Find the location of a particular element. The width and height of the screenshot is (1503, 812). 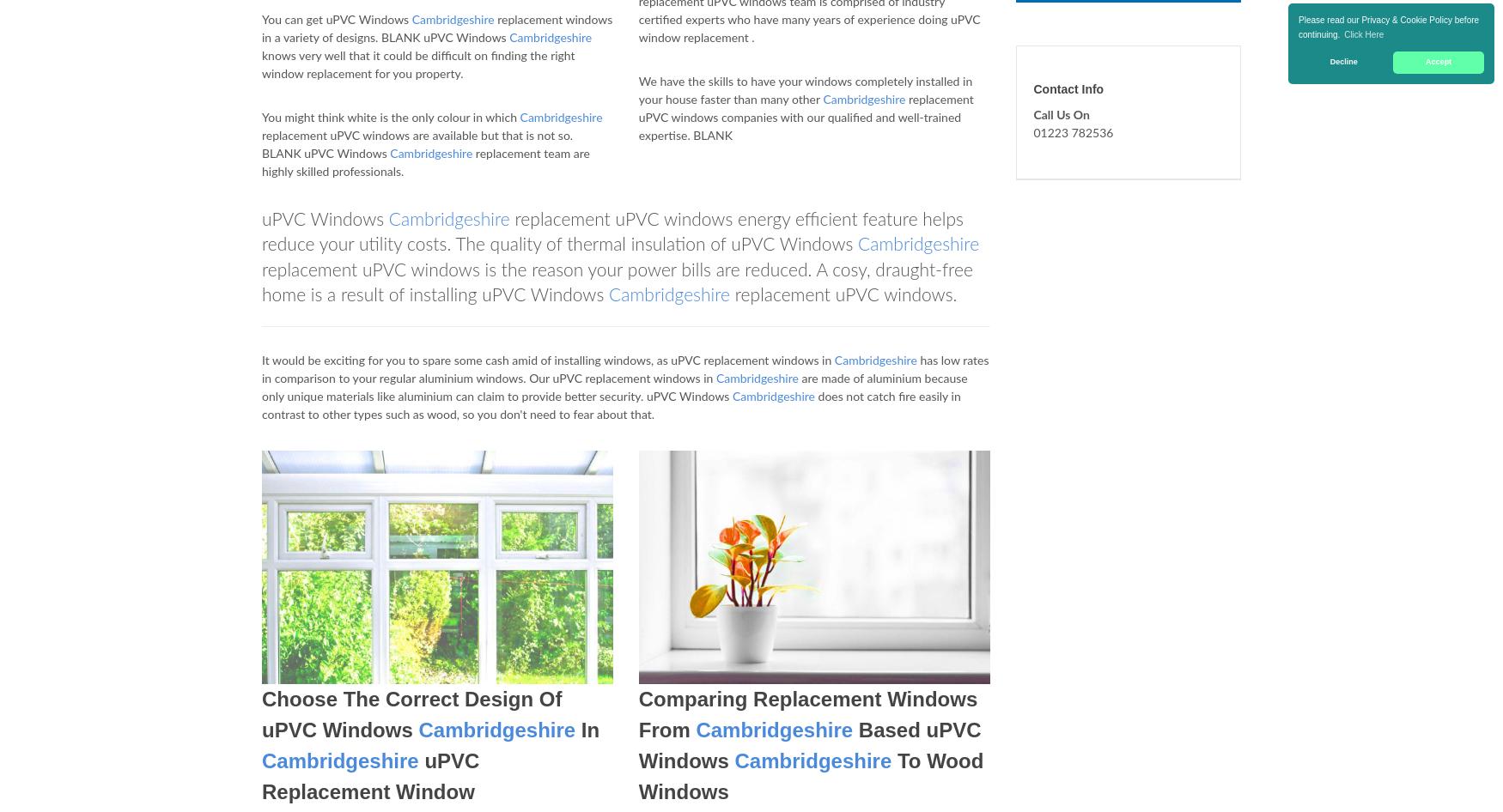

'knows very well that it could be difficult on finding the right window replacement for you property.' is located at coordinates (261, 65).